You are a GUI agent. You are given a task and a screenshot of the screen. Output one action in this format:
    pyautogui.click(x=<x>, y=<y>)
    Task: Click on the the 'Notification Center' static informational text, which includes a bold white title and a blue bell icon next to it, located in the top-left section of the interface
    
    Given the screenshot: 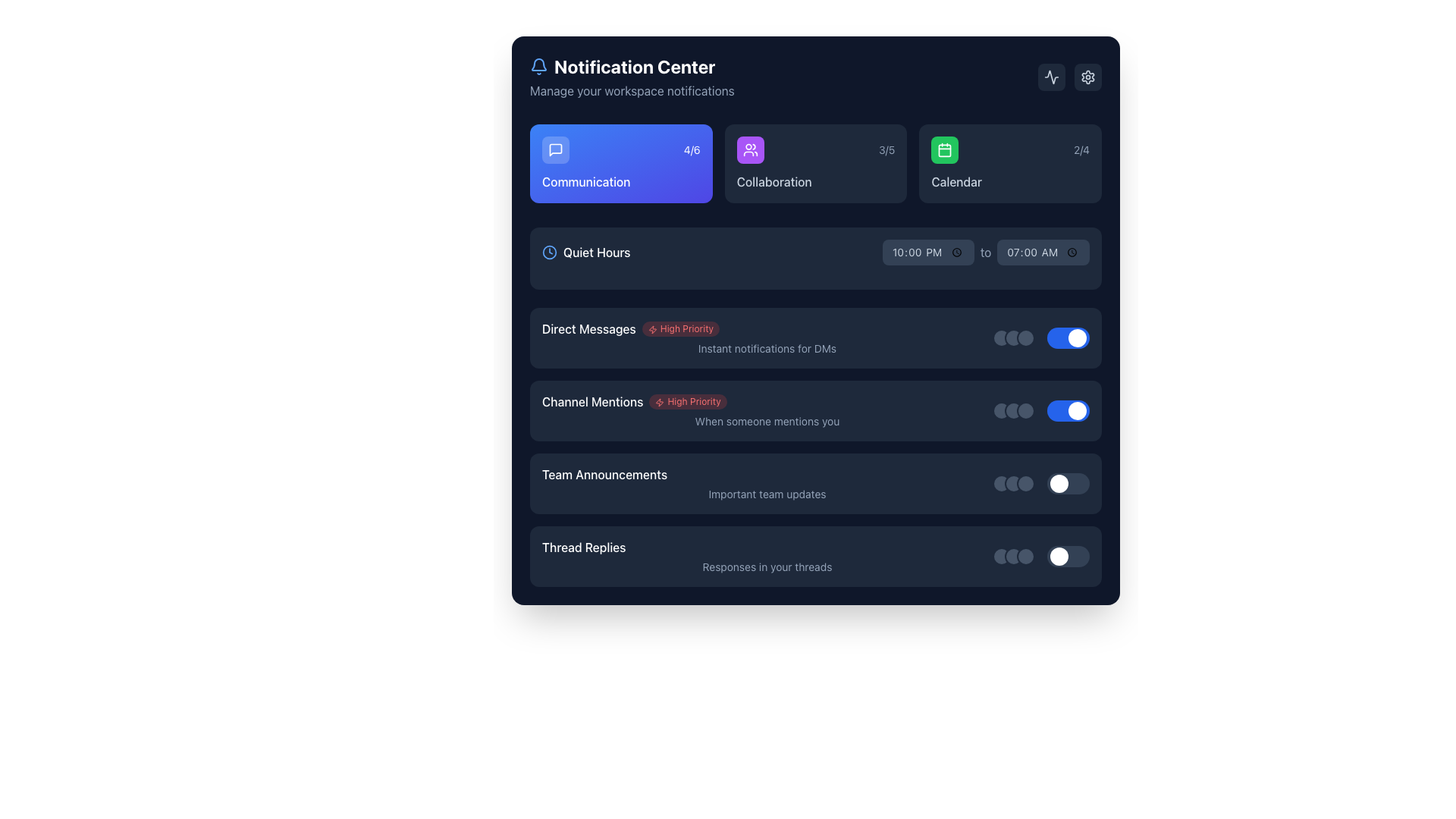 What is the action you would take?
    pyautogui.click(x=632, y=77)
    